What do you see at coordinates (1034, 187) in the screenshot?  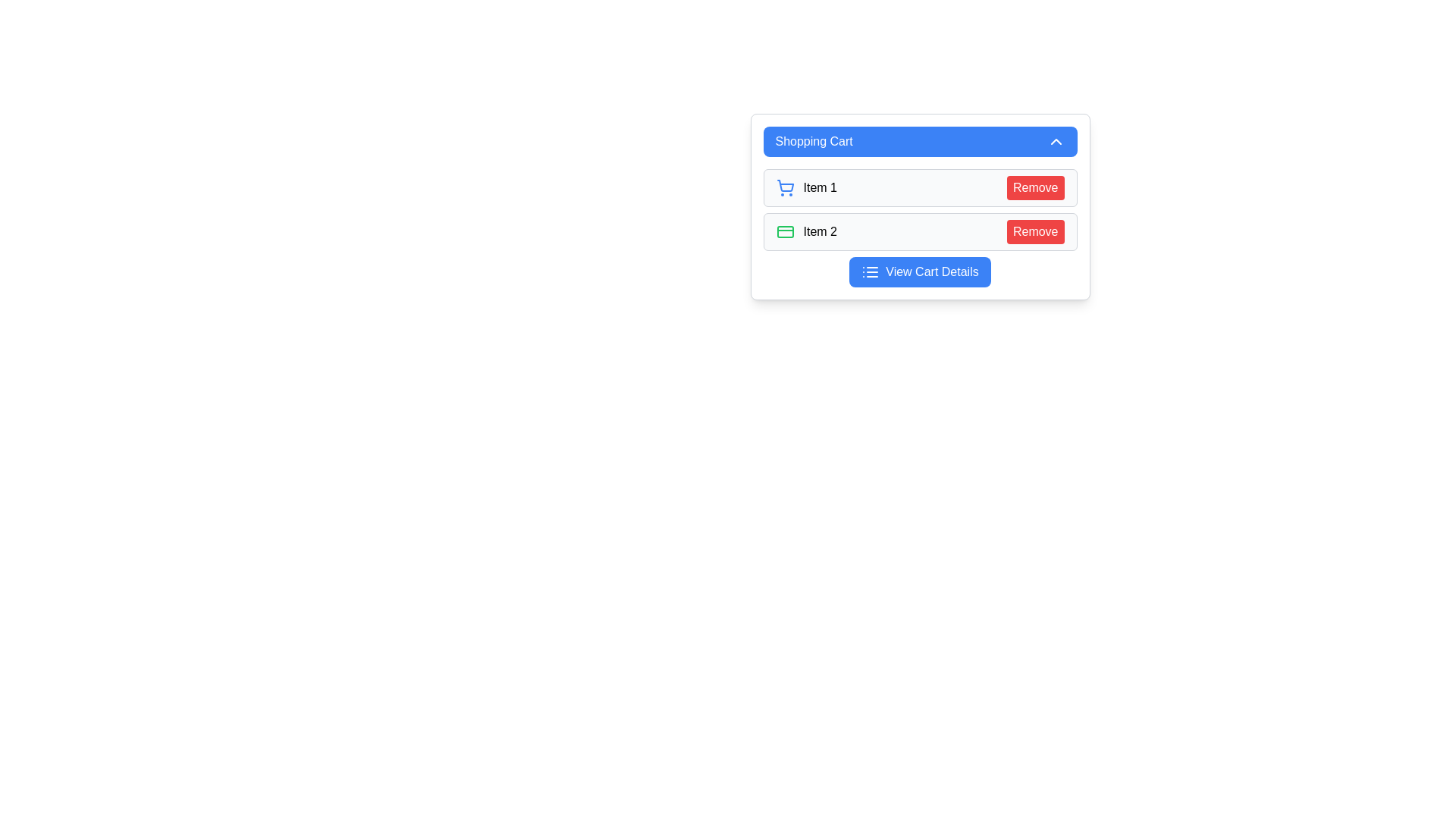 I see `the button that removes 'Item 1' from the shopping cart to observe the color change` at bounding box center [1034, 187].